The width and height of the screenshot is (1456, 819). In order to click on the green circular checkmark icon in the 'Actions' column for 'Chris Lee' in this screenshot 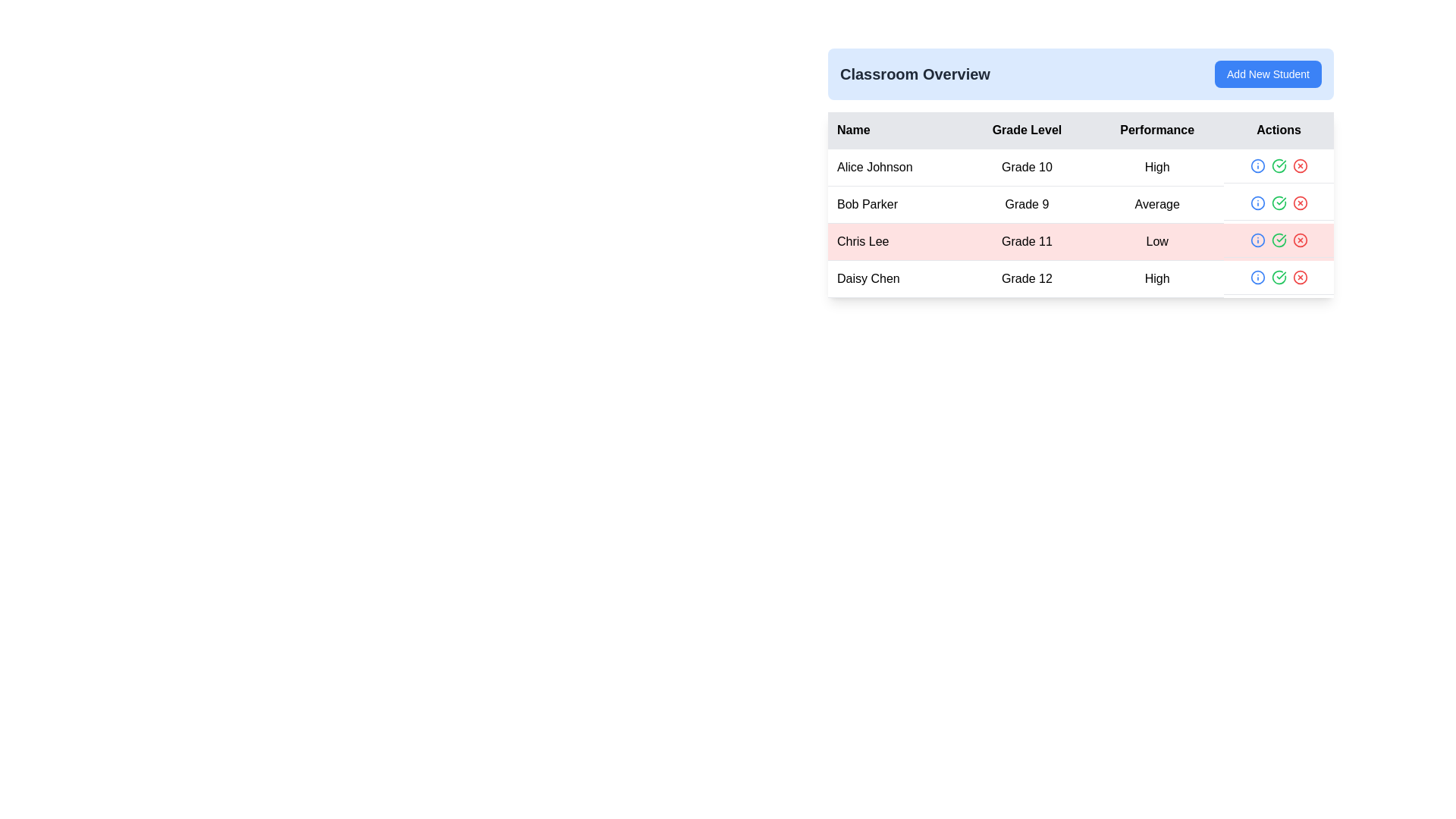, I will do `click(1278, 239)`.